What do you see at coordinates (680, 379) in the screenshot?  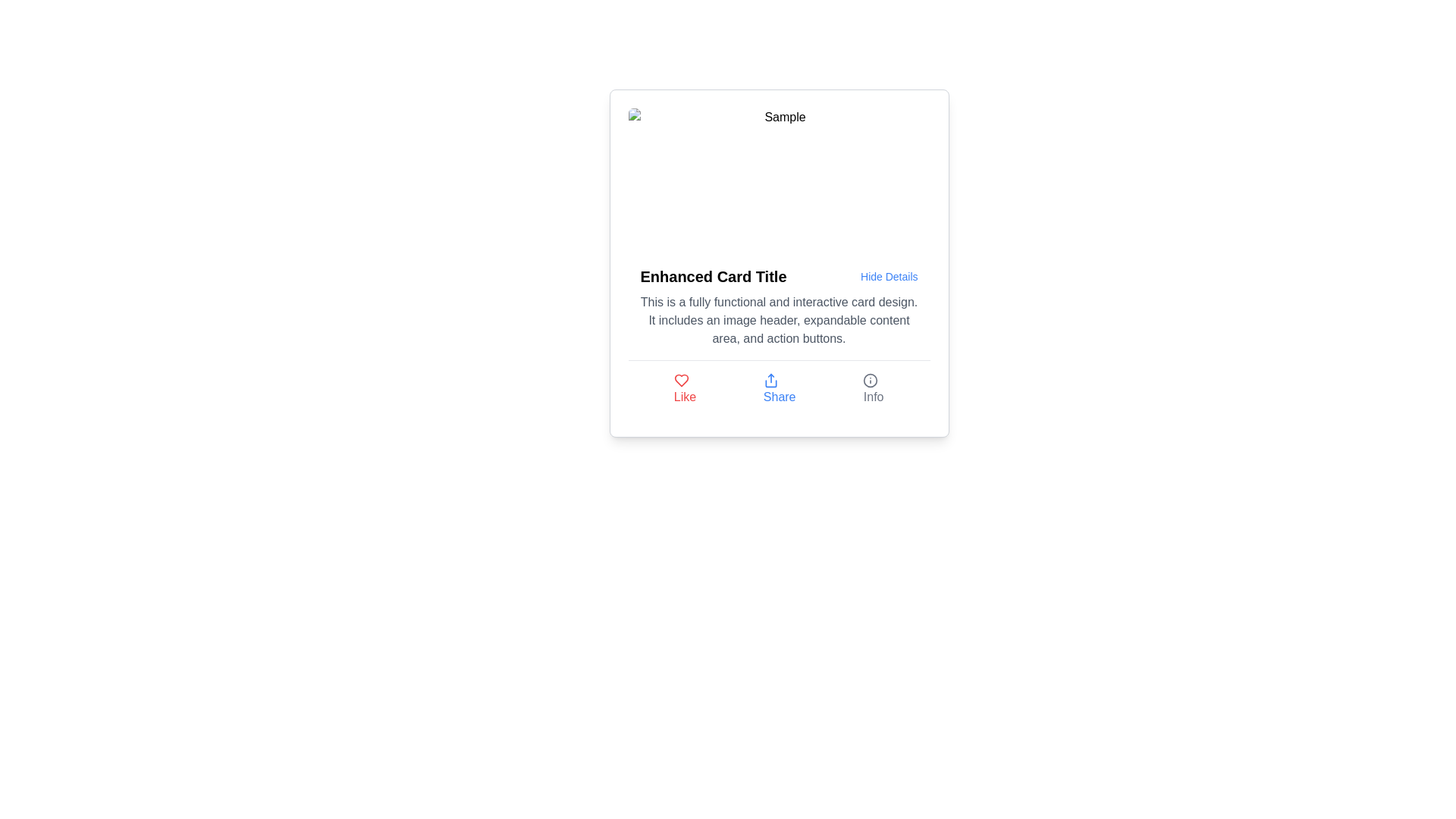 I see `the heart icon representing the 'Like' action, which is centrally located within the 'Like' button area at the bottom left of the card layout` at bounding box center [680, 379].